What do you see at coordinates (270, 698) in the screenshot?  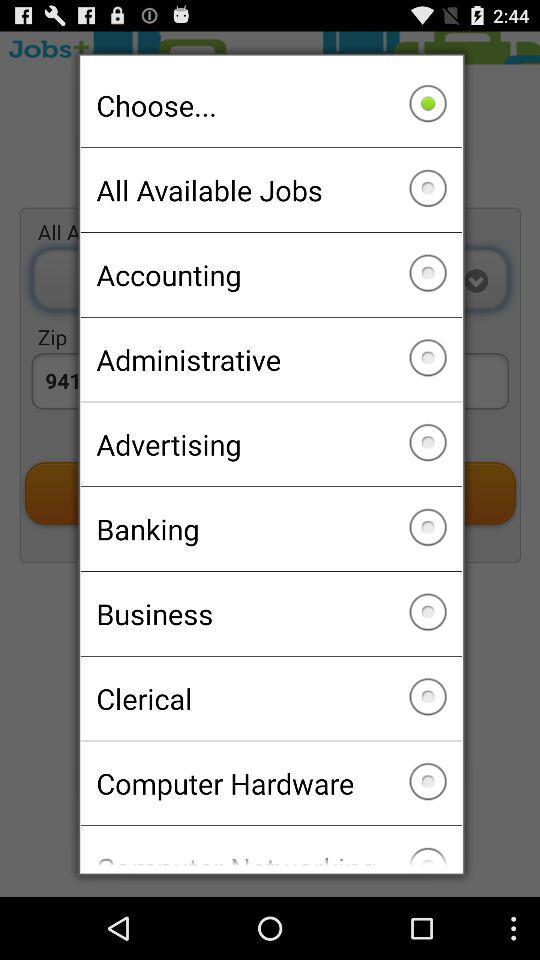 I see `the item below business` at bounding box center [270, 698].